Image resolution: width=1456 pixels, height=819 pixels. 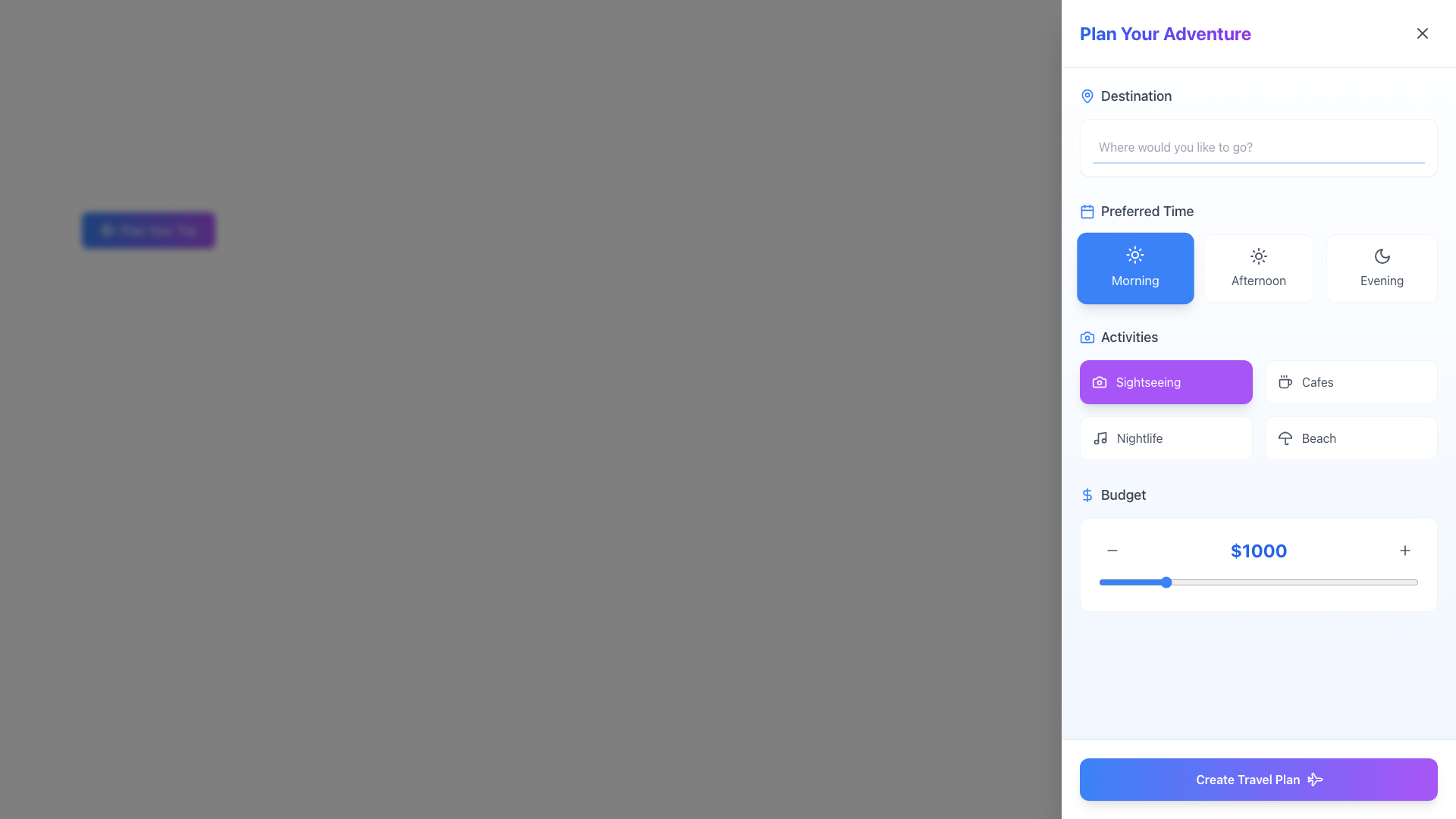 I want to click on the 'Afternoon' button, which is the center item in a group of three buttons under the 'Preferred Time' label, so click(x=1259, y=268).